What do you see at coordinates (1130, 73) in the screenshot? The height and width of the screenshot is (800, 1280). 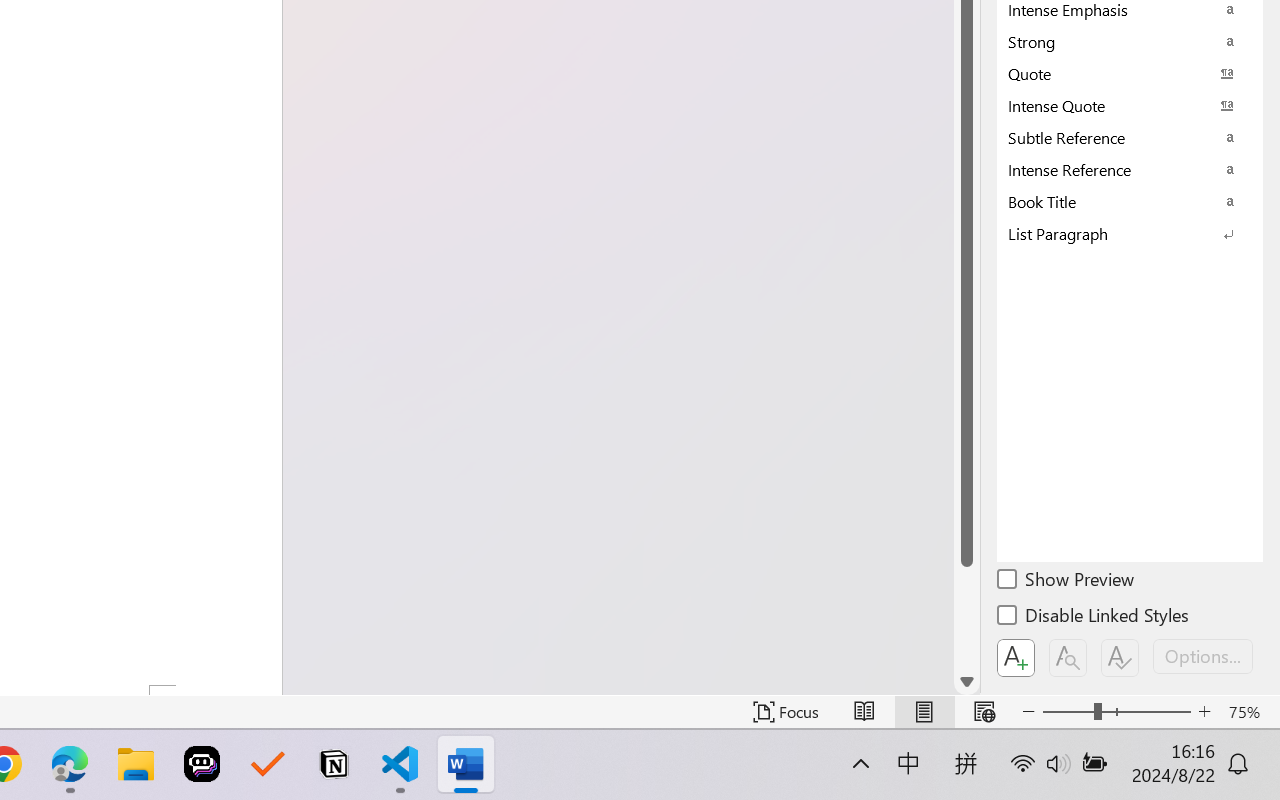 I see `'Quote'` at bounding box center [1130, 73].